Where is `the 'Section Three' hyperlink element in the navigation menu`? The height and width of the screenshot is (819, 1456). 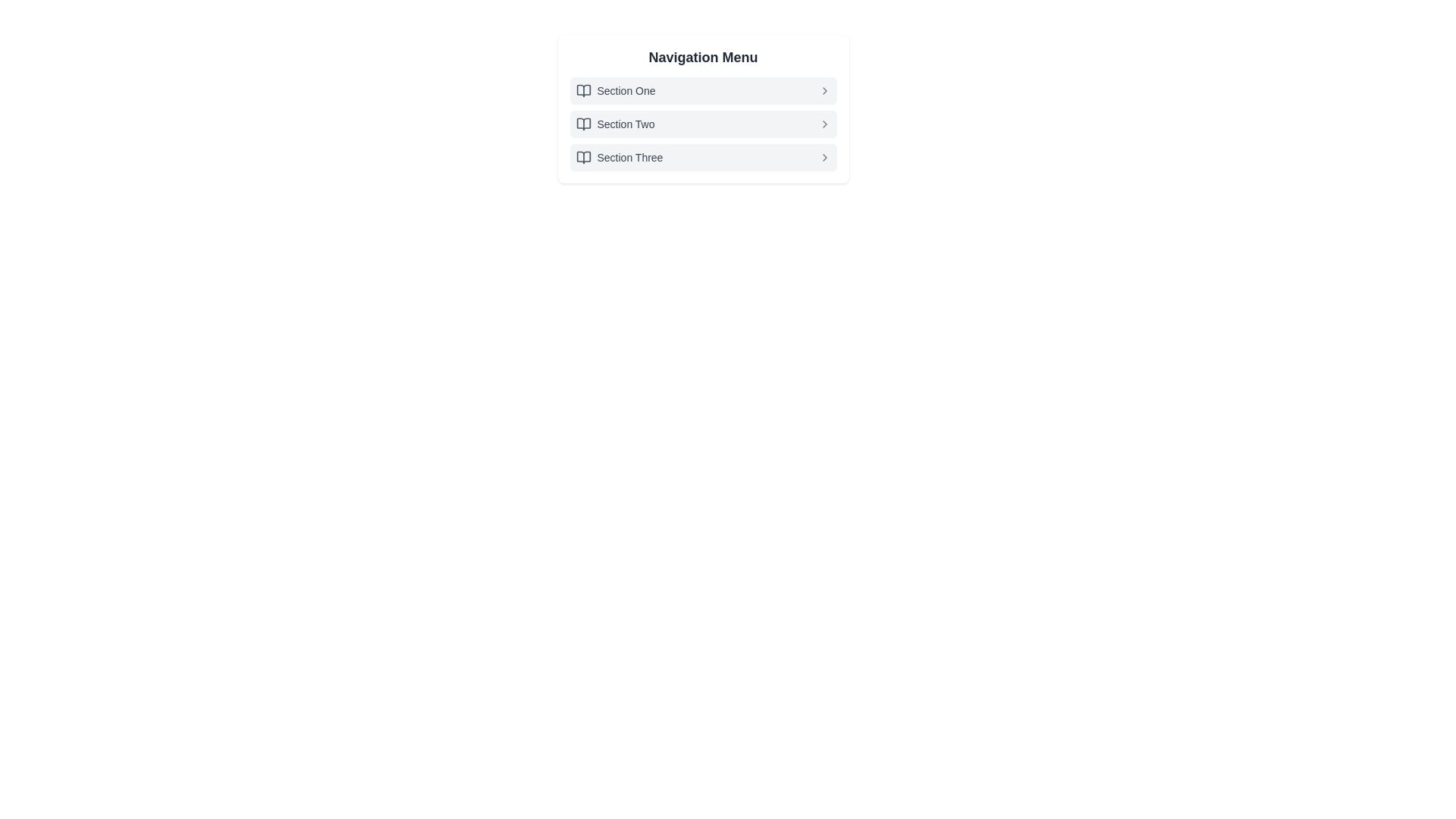
the 'Section Three' hyperlink element in the navigation menu is located at coordinates (629, 158).